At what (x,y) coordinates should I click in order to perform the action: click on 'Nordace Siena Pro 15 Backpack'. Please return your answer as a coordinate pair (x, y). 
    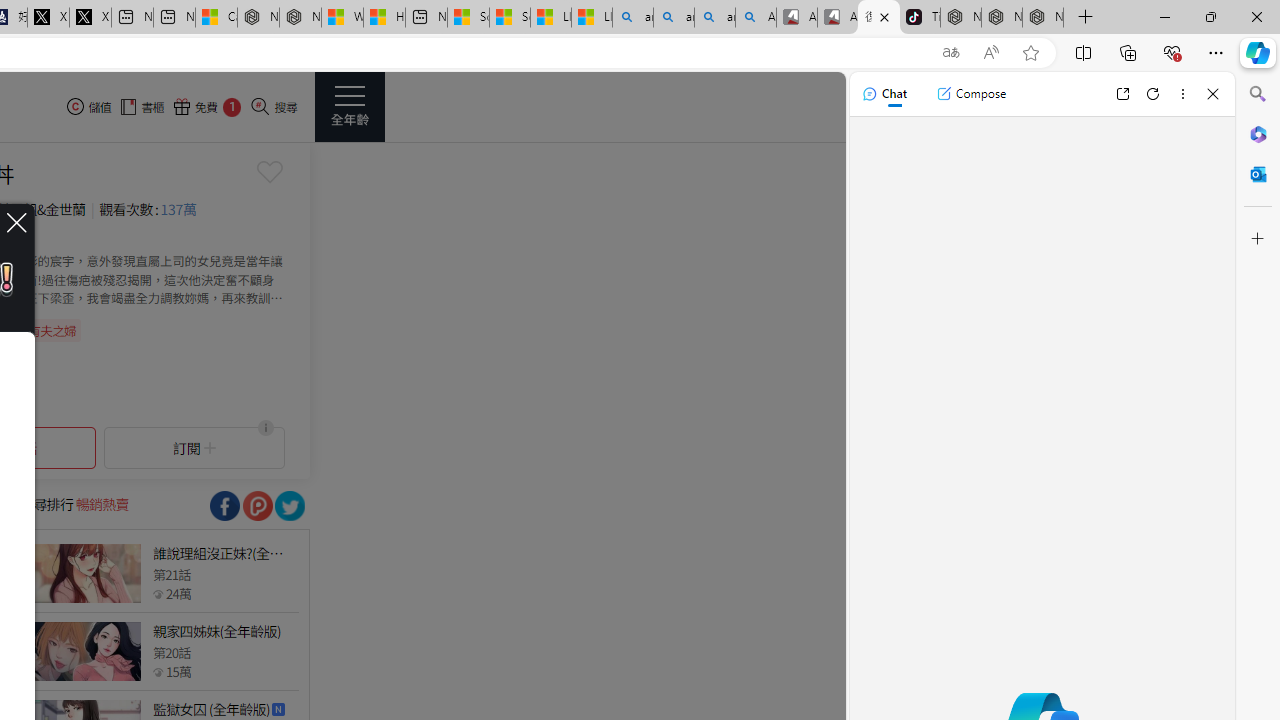
    Looking at the image, I should click on (1001, 17).